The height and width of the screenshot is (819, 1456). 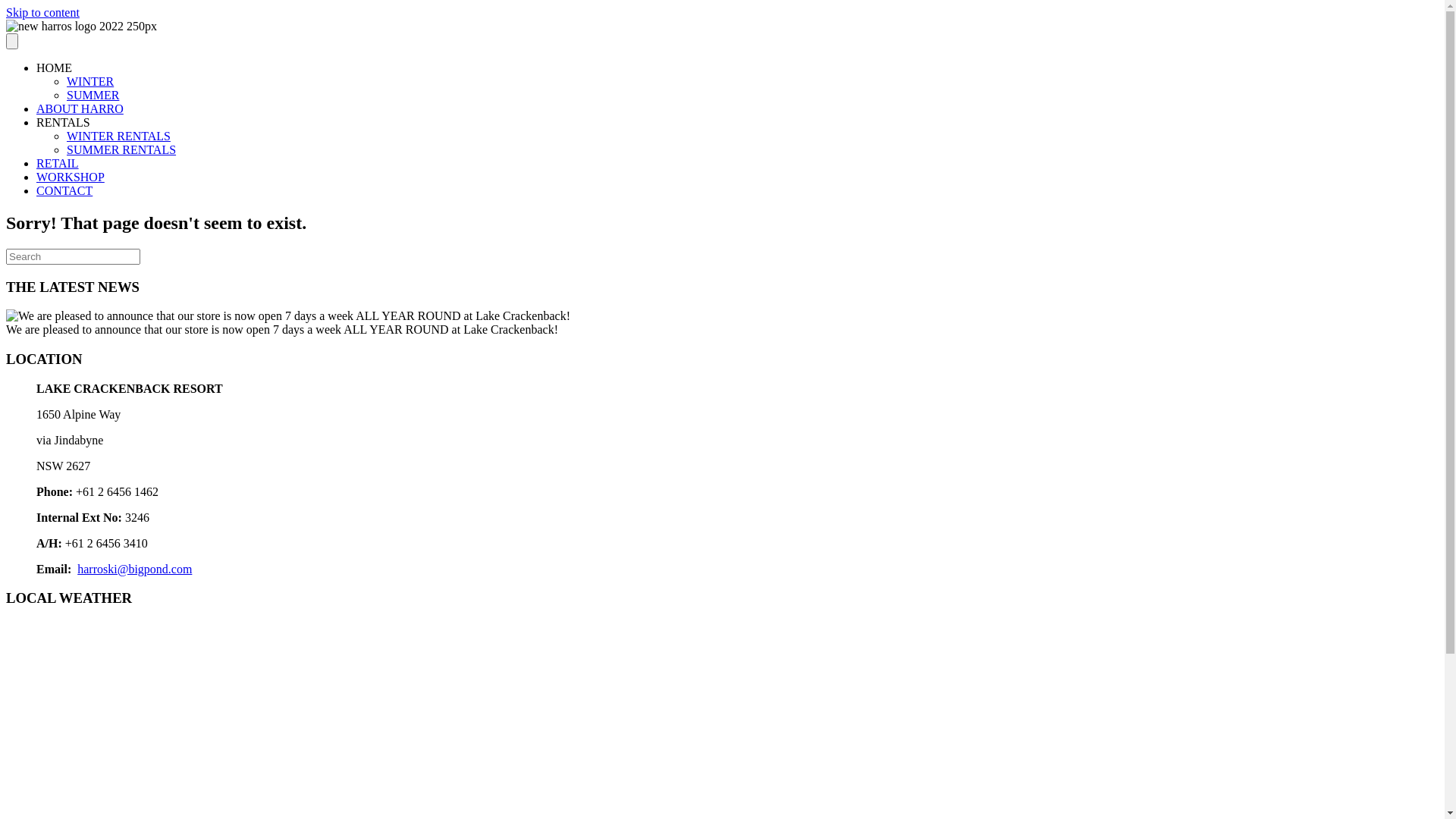 I want to click on 'Skip to content', so click(x=6, y=12).